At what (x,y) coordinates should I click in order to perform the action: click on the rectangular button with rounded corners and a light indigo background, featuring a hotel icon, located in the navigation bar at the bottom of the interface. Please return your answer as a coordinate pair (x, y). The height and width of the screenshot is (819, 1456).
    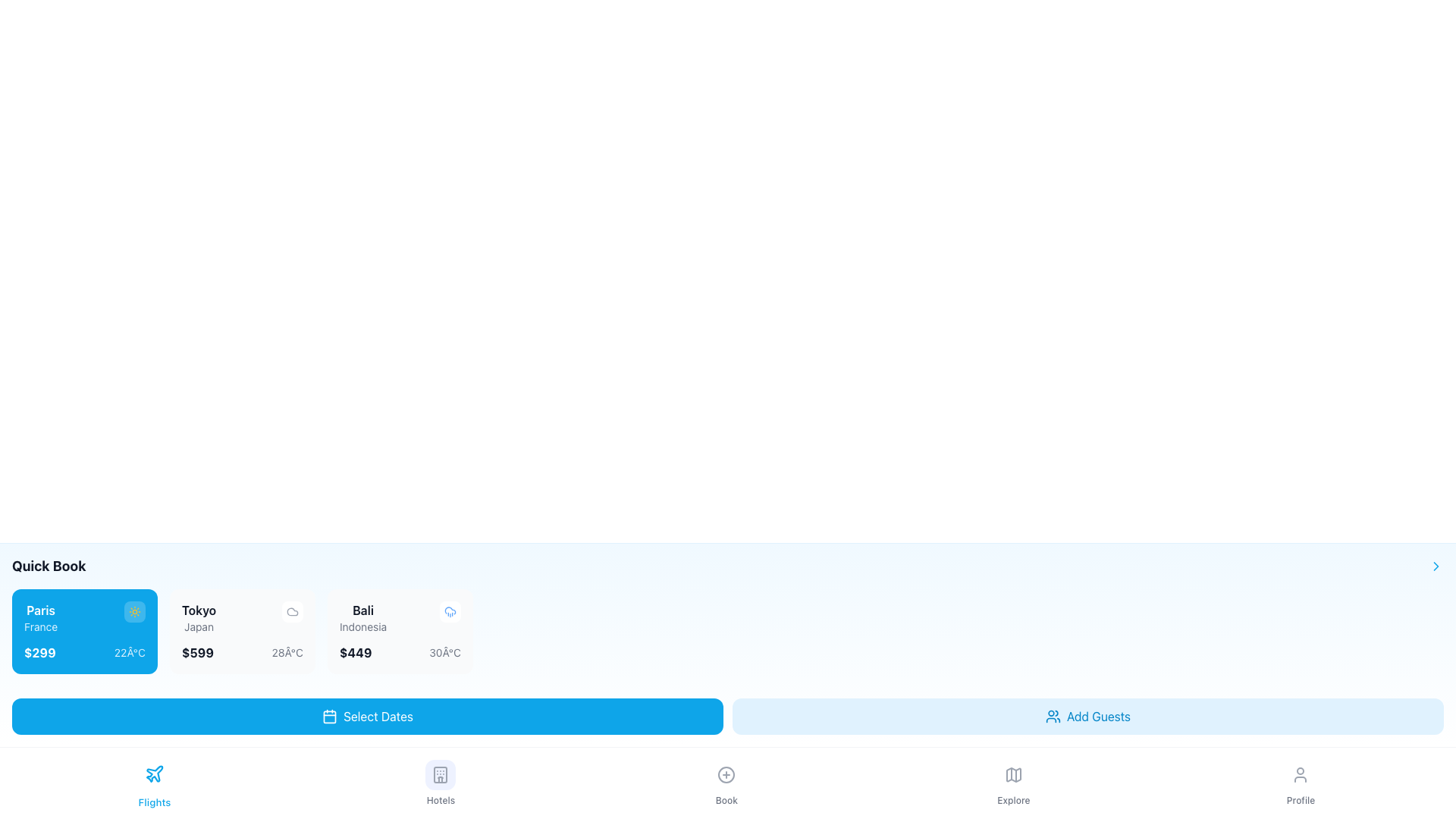
    Looking at the image, I should click on (440, 775).